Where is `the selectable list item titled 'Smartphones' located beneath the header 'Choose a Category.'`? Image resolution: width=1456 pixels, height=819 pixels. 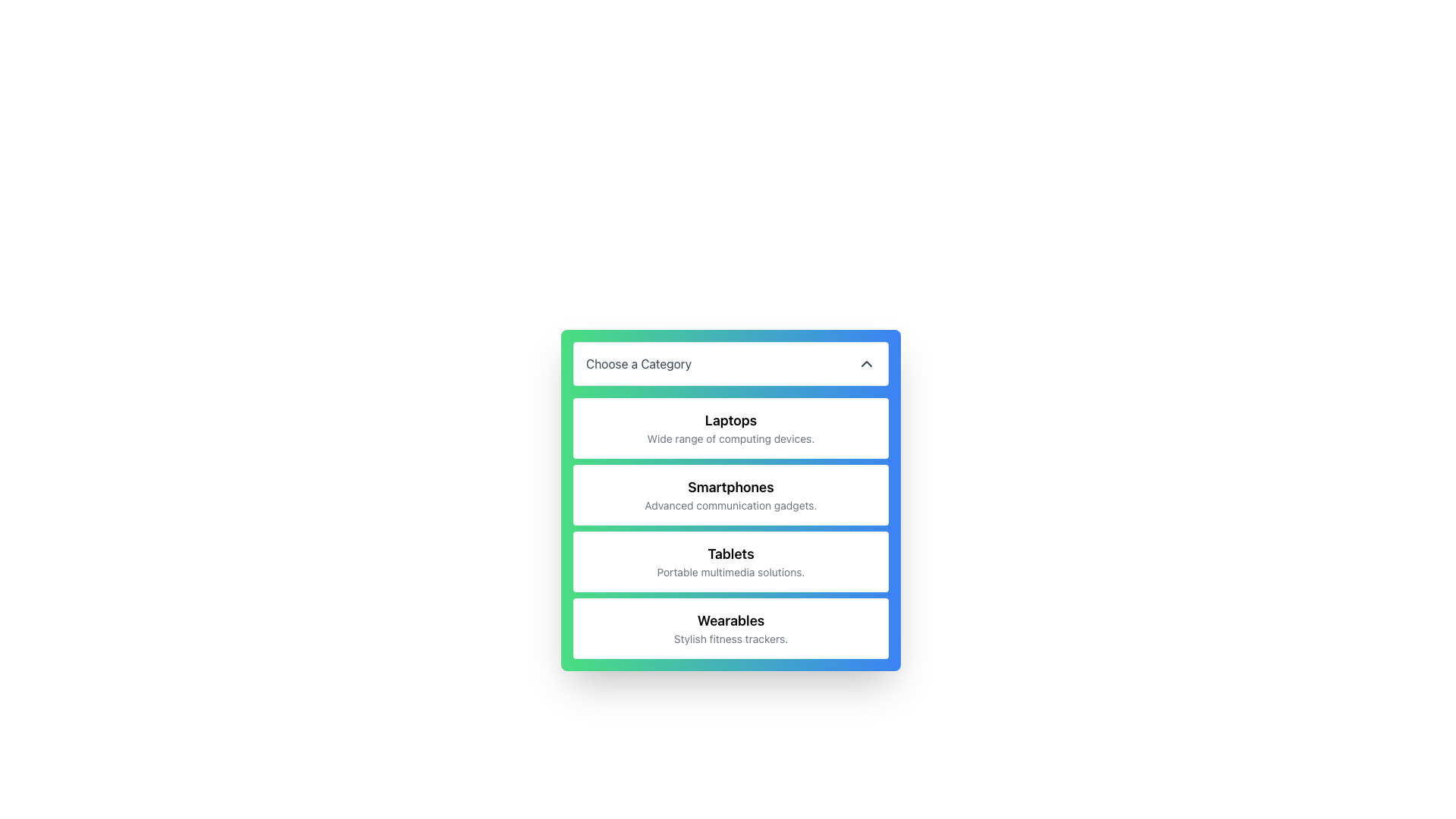
the selectable list item titled 'Smartphones' located beneath the header 'Choose a Category.' is located at coordinates (731, 528).